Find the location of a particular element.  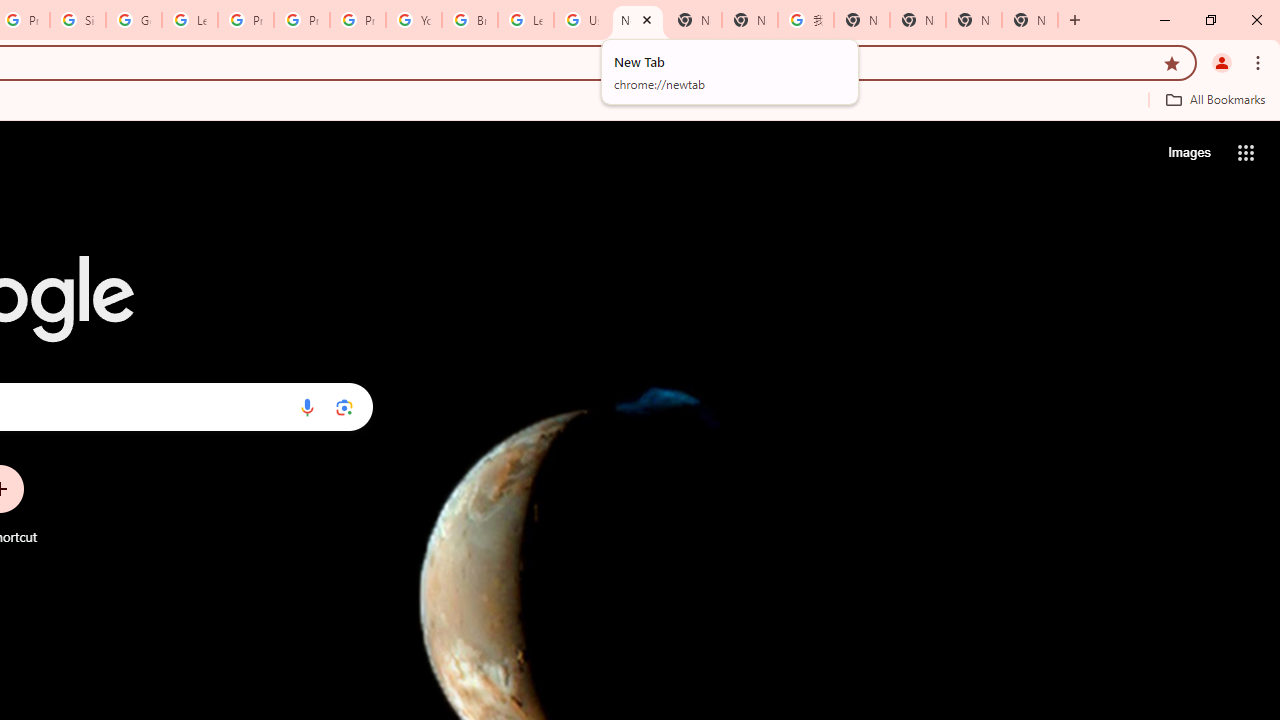

'Privacy Help Center - Policies Help' is located at coordinates (301, 20).